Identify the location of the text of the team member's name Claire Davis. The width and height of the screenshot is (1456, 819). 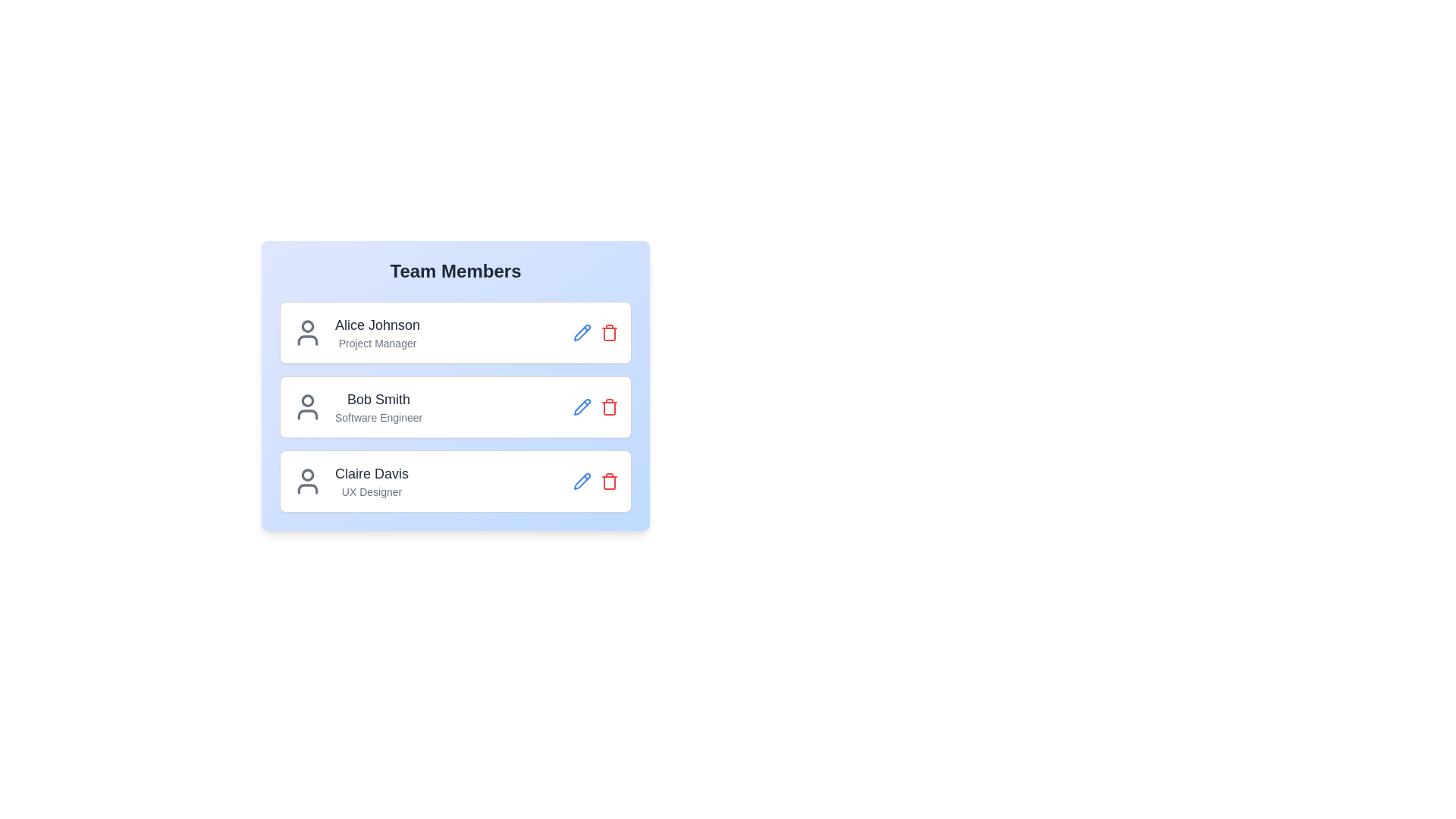
(372, 472).